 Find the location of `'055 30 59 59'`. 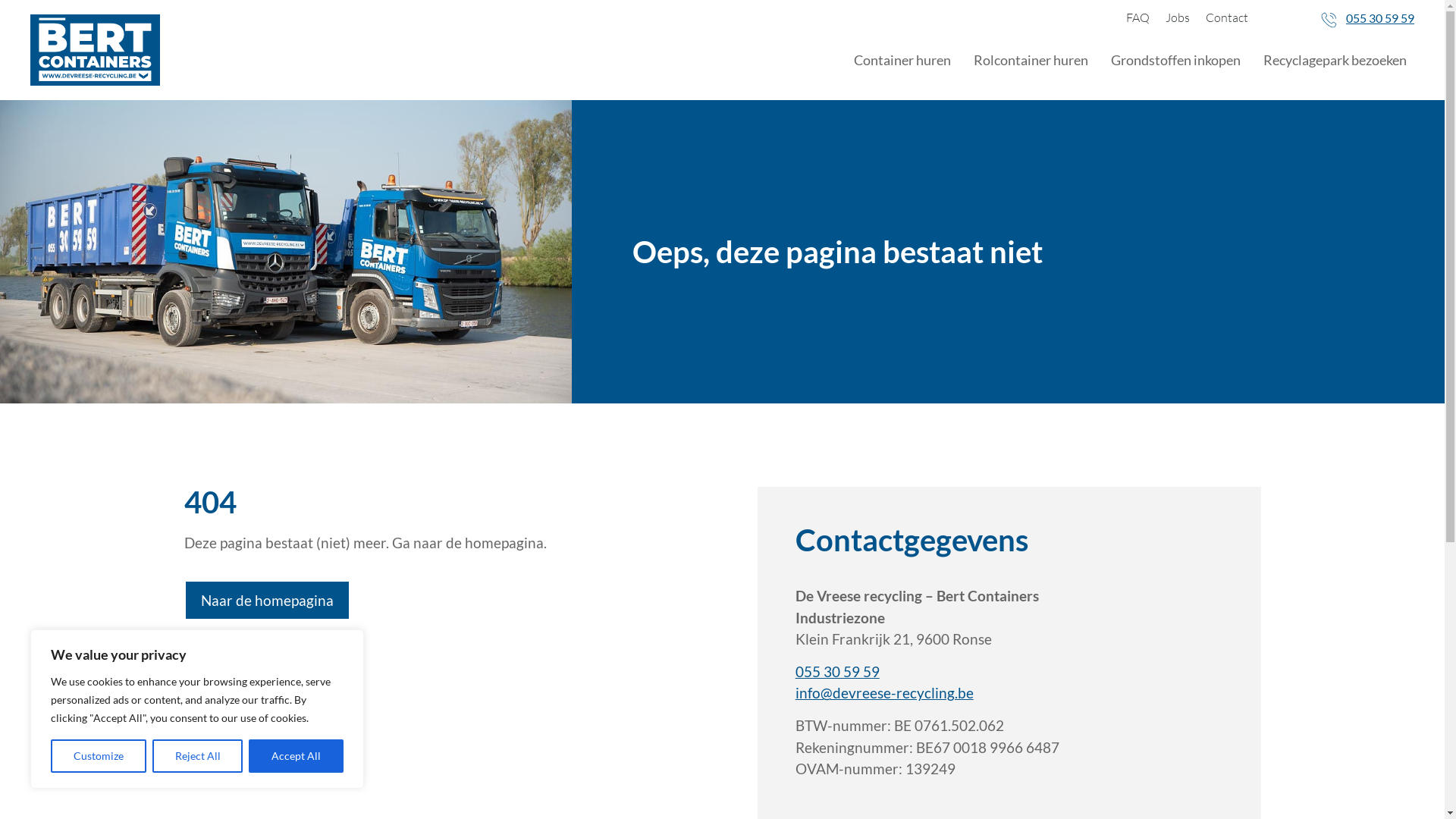

'055 30 59 59' is located at coordinates (1379, 17).